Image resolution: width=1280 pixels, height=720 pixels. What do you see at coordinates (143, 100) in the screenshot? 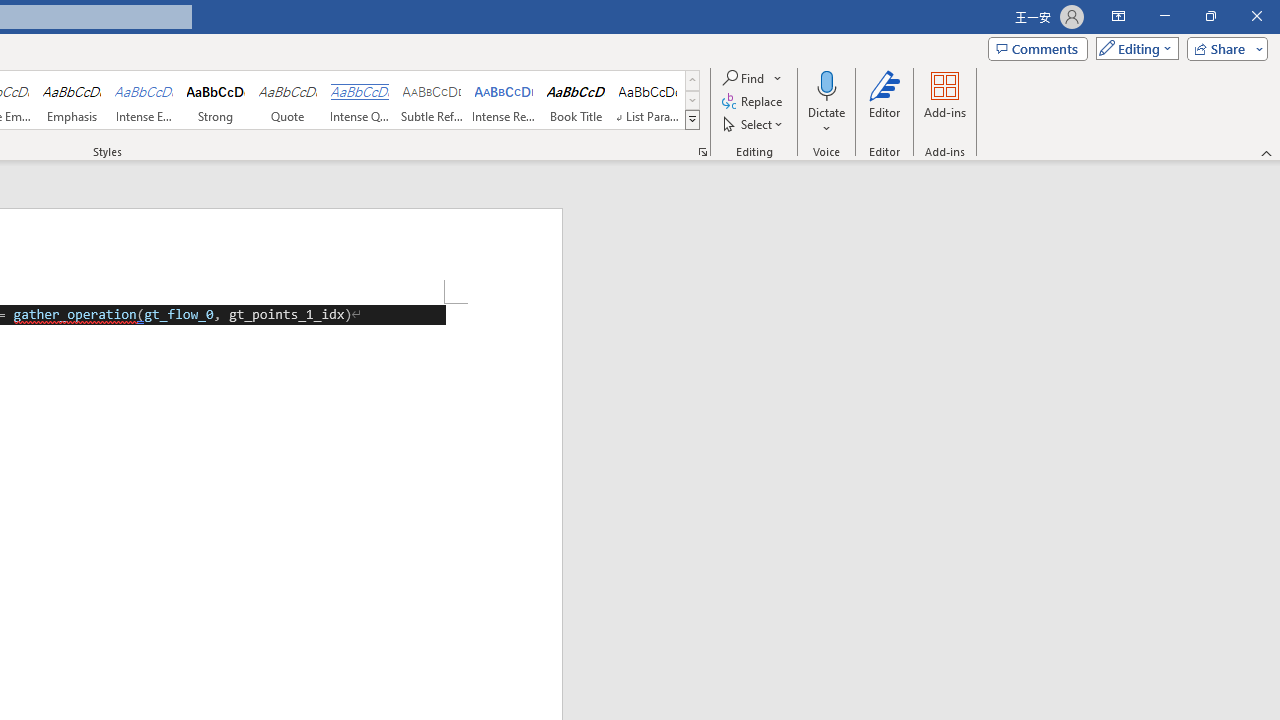
I see `'Intense Emphasis'` at bounding box center [143, 100].